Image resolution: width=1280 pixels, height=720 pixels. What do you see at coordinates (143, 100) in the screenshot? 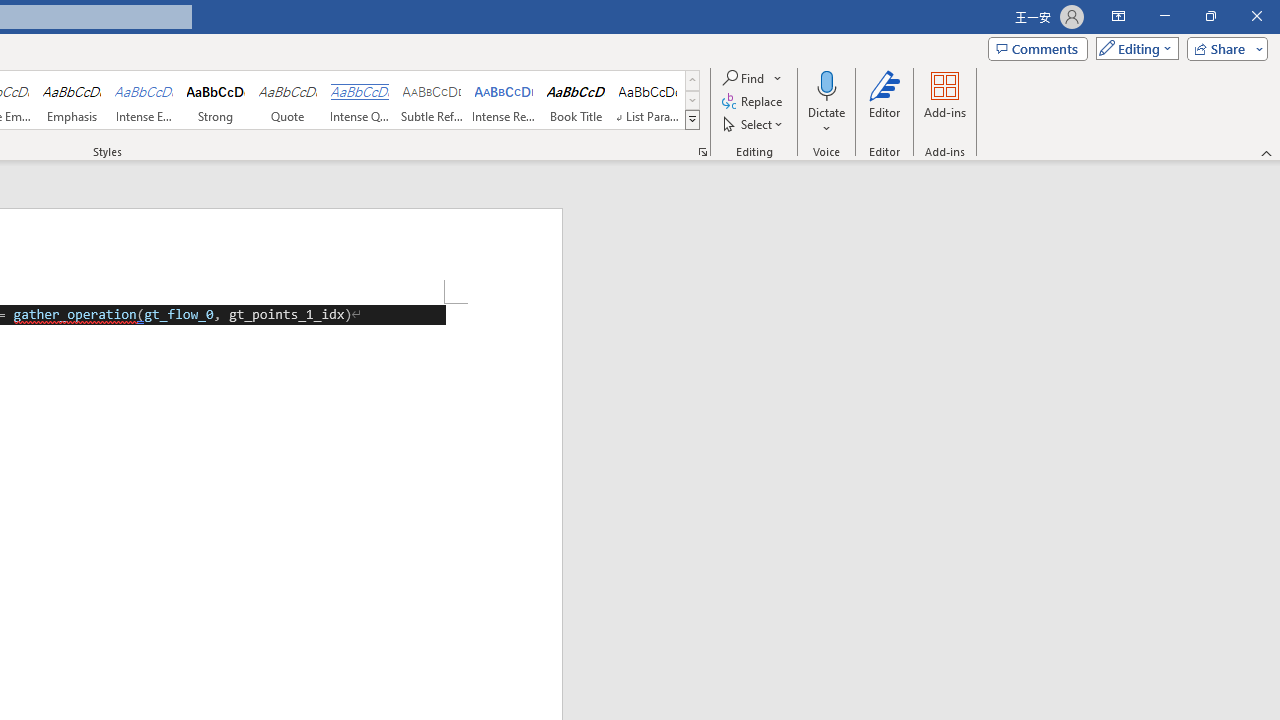
I see `'Intense Emphasis'` at bounding box center [143, 100].